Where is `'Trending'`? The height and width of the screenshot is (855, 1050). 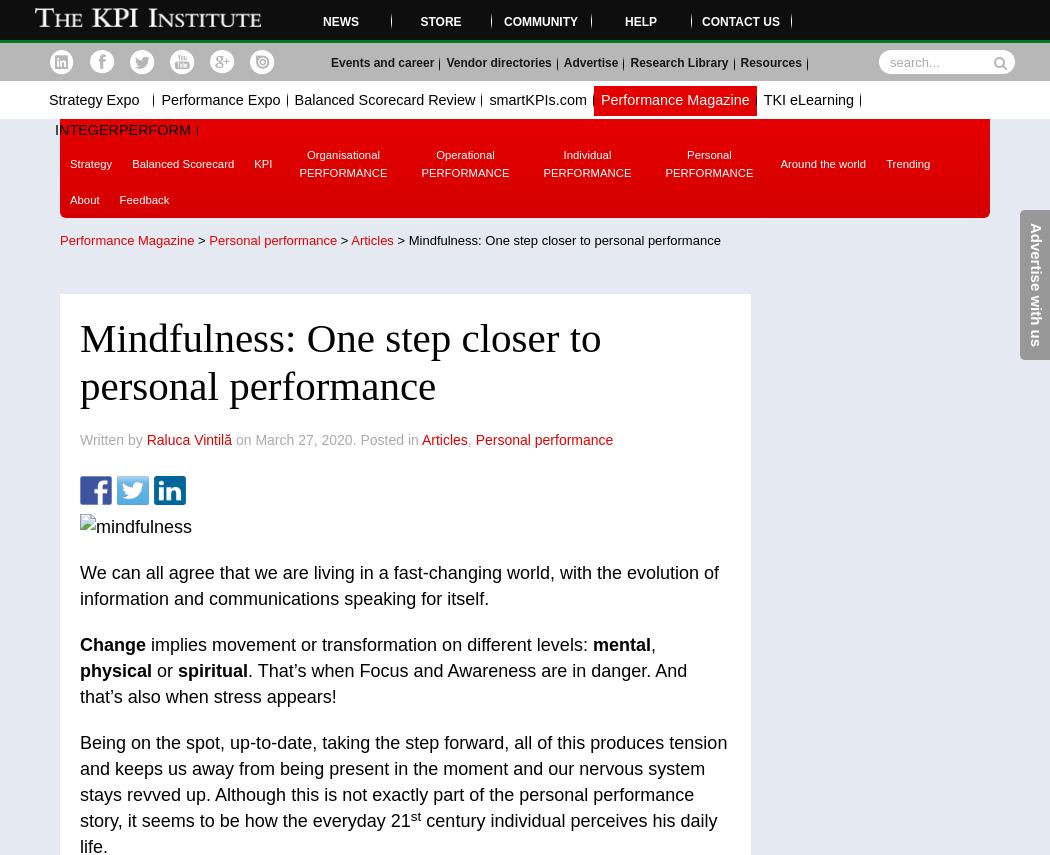 'Trending' is located at coordinates (908, 163).